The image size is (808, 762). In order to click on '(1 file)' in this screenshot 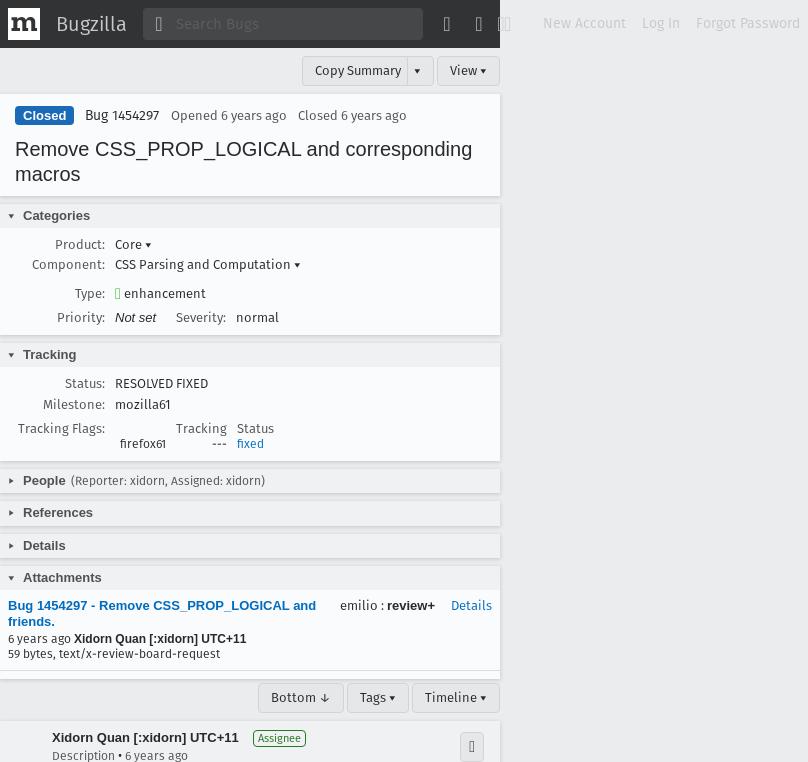, I will do `click(105, 576)`.